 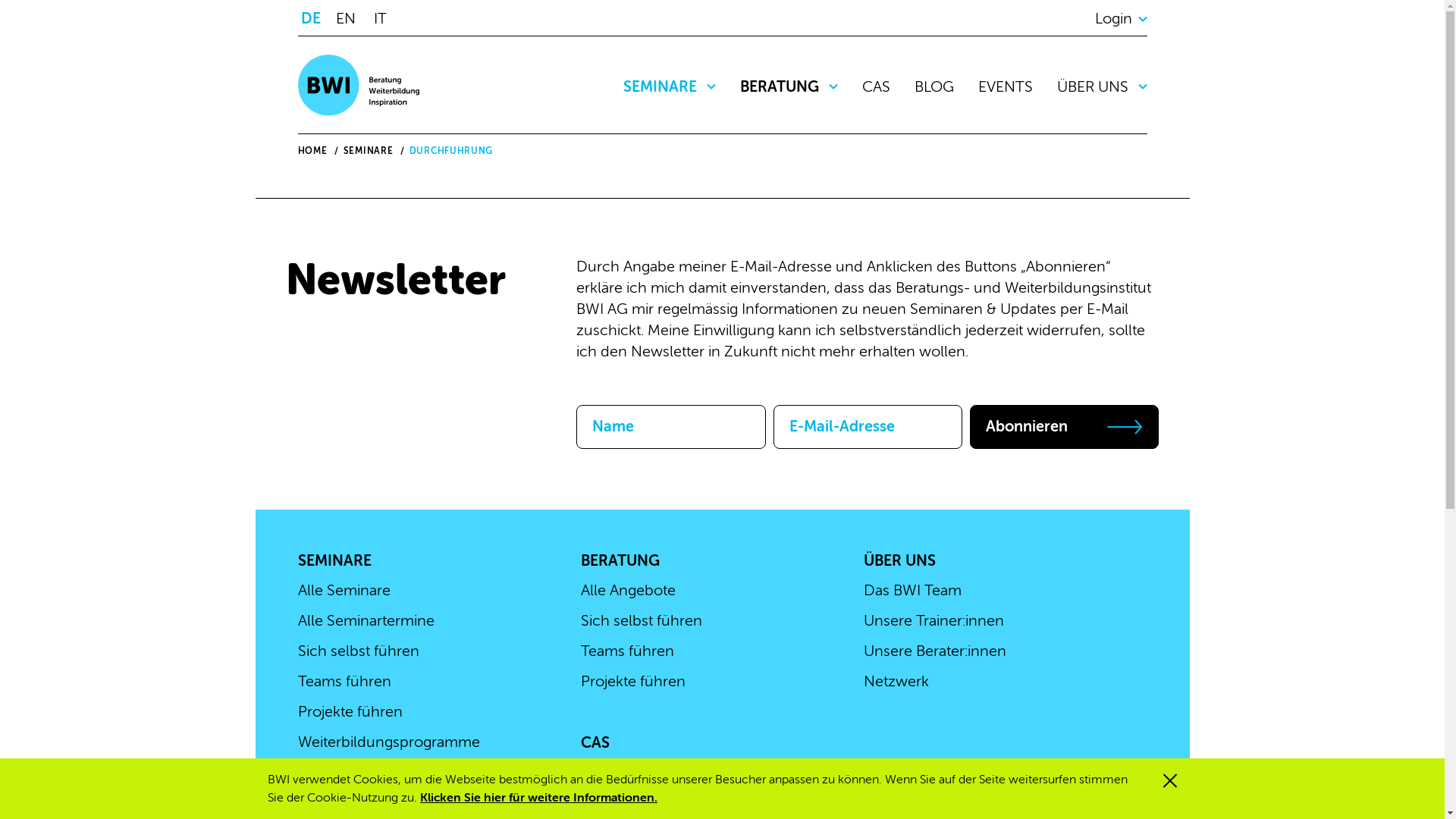 What do you see at coordinates (875, 86) in the screenshot?
I see `'CAS'` at bounding box center [875, 86].